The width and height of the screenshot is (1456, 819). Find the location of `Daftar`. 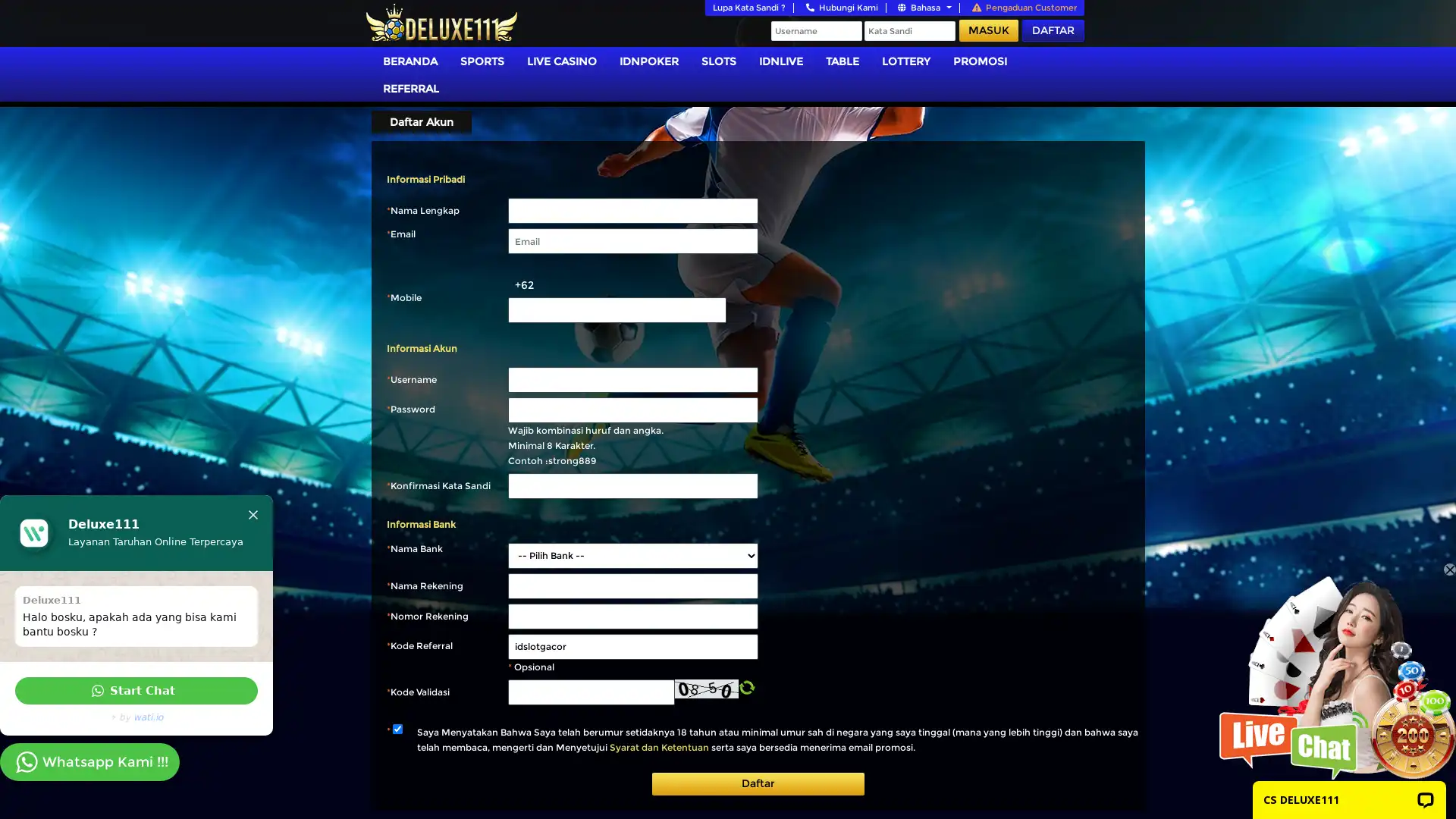

Daftar is located at coordinates (758, 783).